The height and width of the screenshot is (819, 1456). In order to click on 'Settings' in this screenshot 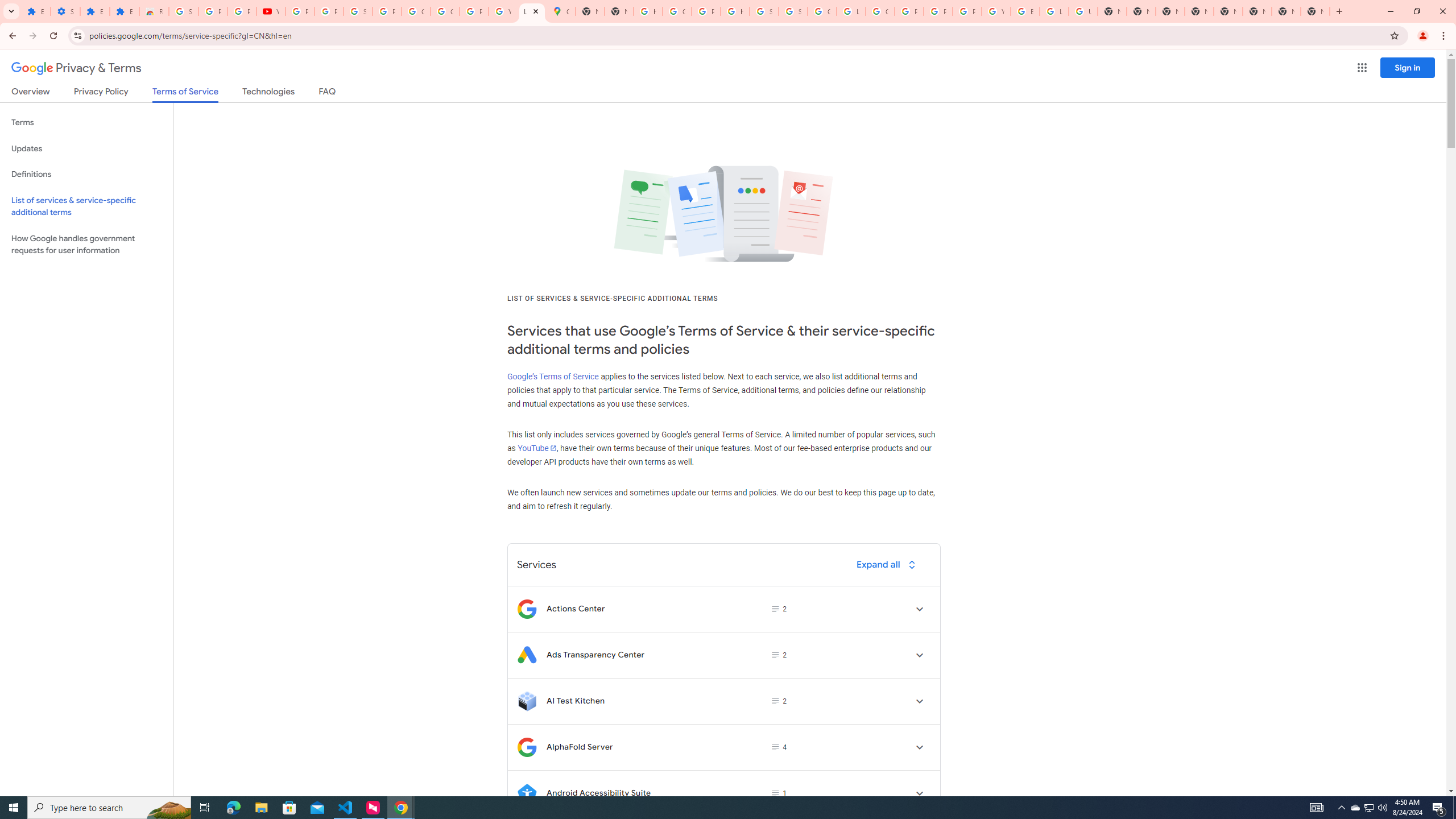, I will do `click(65, 11)`.